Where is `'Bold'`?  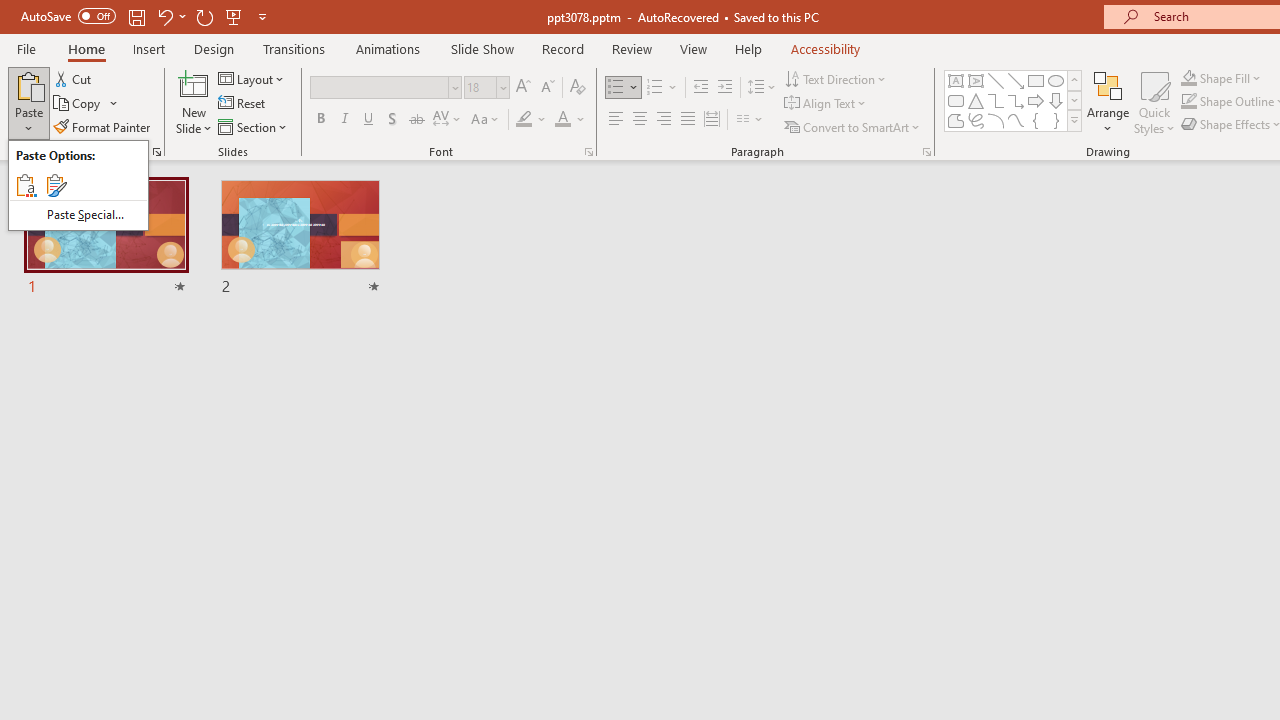
'Bold' is located at coordinates (320, 119).